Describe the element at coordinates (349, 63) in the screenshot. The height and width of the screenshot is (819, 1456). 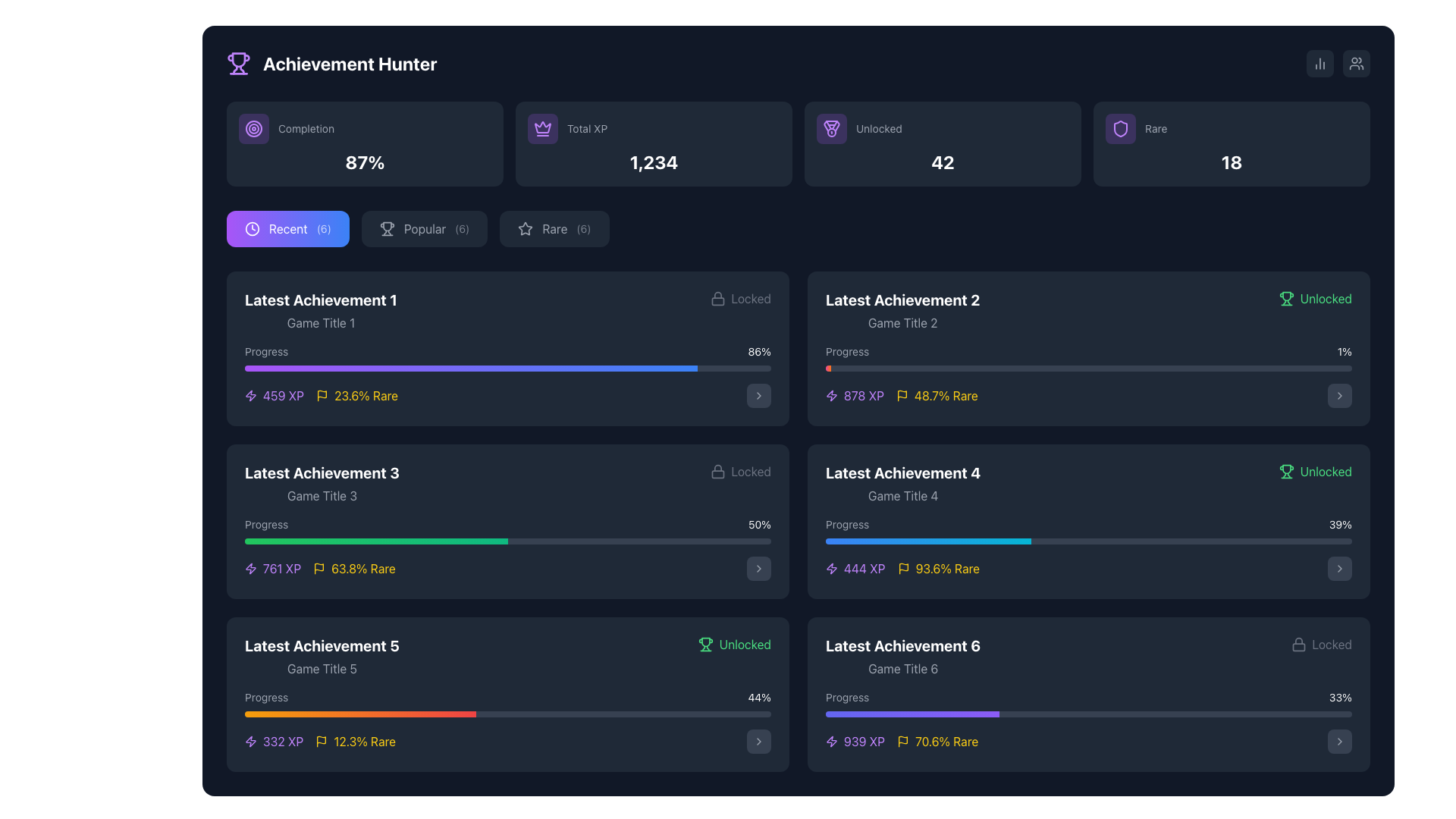
I see `text label that serves as a header or title for the interface, located in the top-left corner, to the right of a trophy icon` at that location.